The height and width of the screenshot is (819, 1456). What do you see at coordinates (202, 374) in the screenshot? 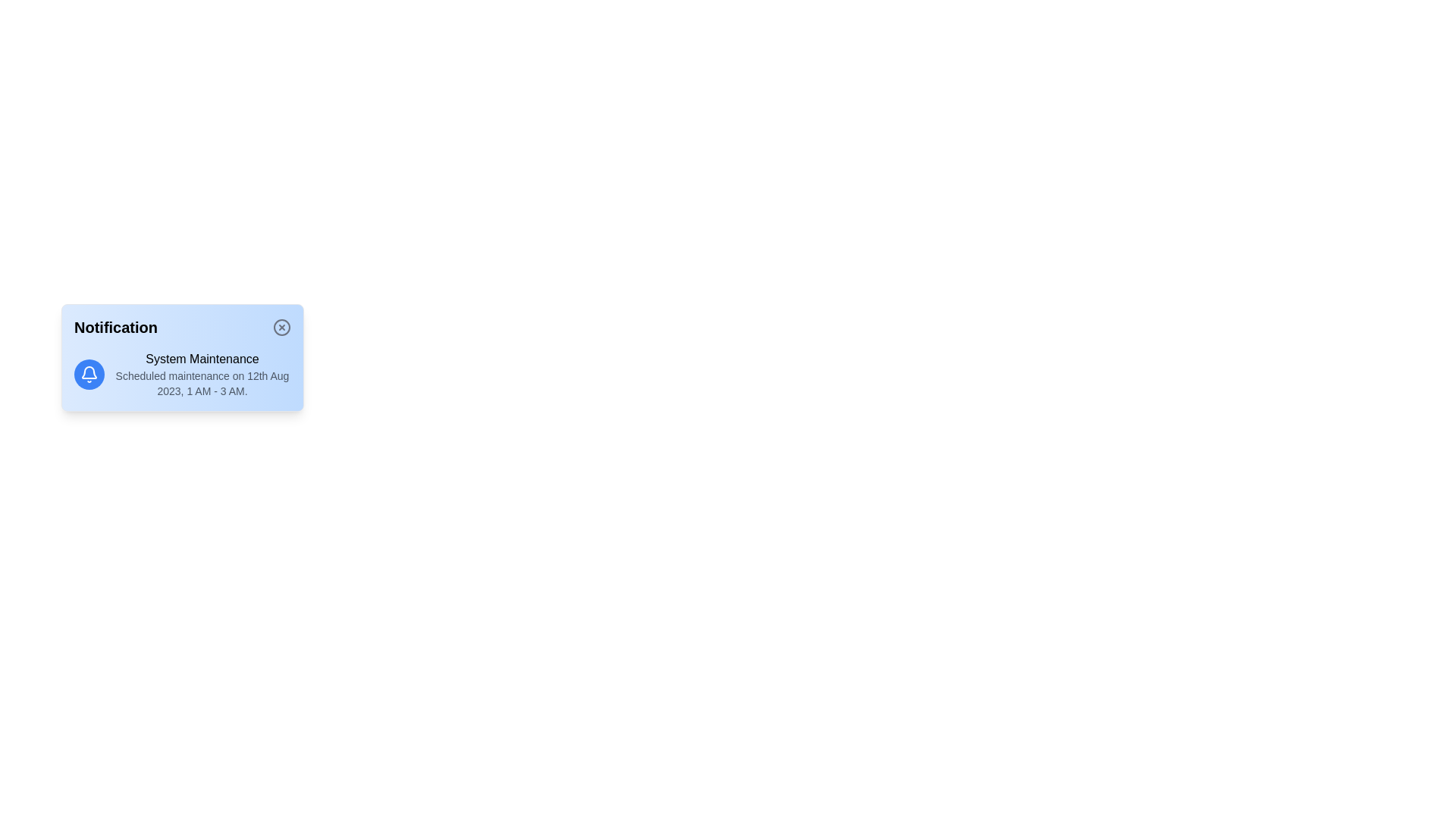
I see `the text display titled 'System Maintenance' which contains information about scheduled maintenance on '12th Aug 2023, 1 AM - 3 AM'` at bounding box center [202, 374].